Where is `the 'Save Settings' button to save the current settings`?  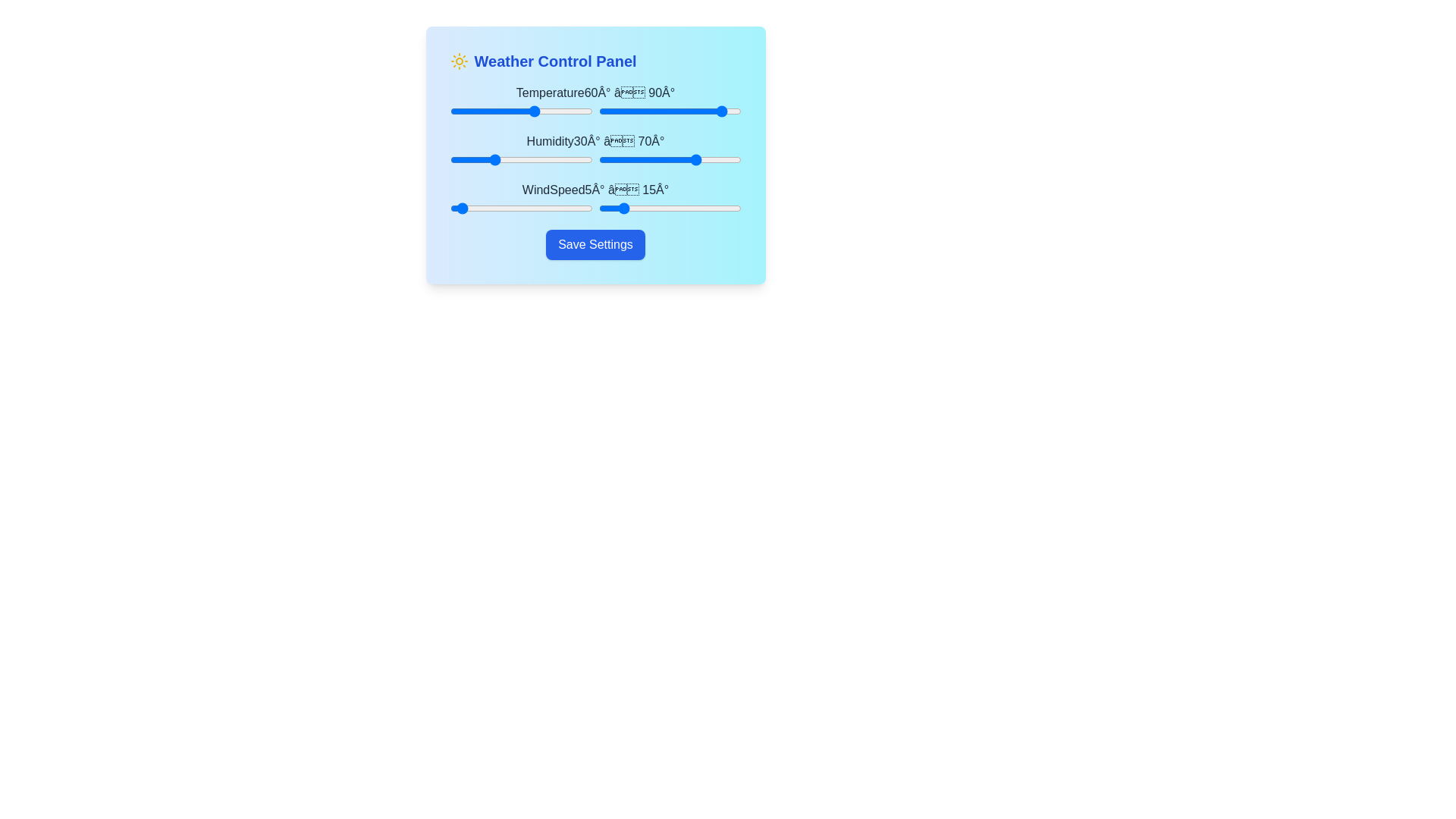 the 'Save Settings' button to save the current settings is located at coordinates (595, 244).